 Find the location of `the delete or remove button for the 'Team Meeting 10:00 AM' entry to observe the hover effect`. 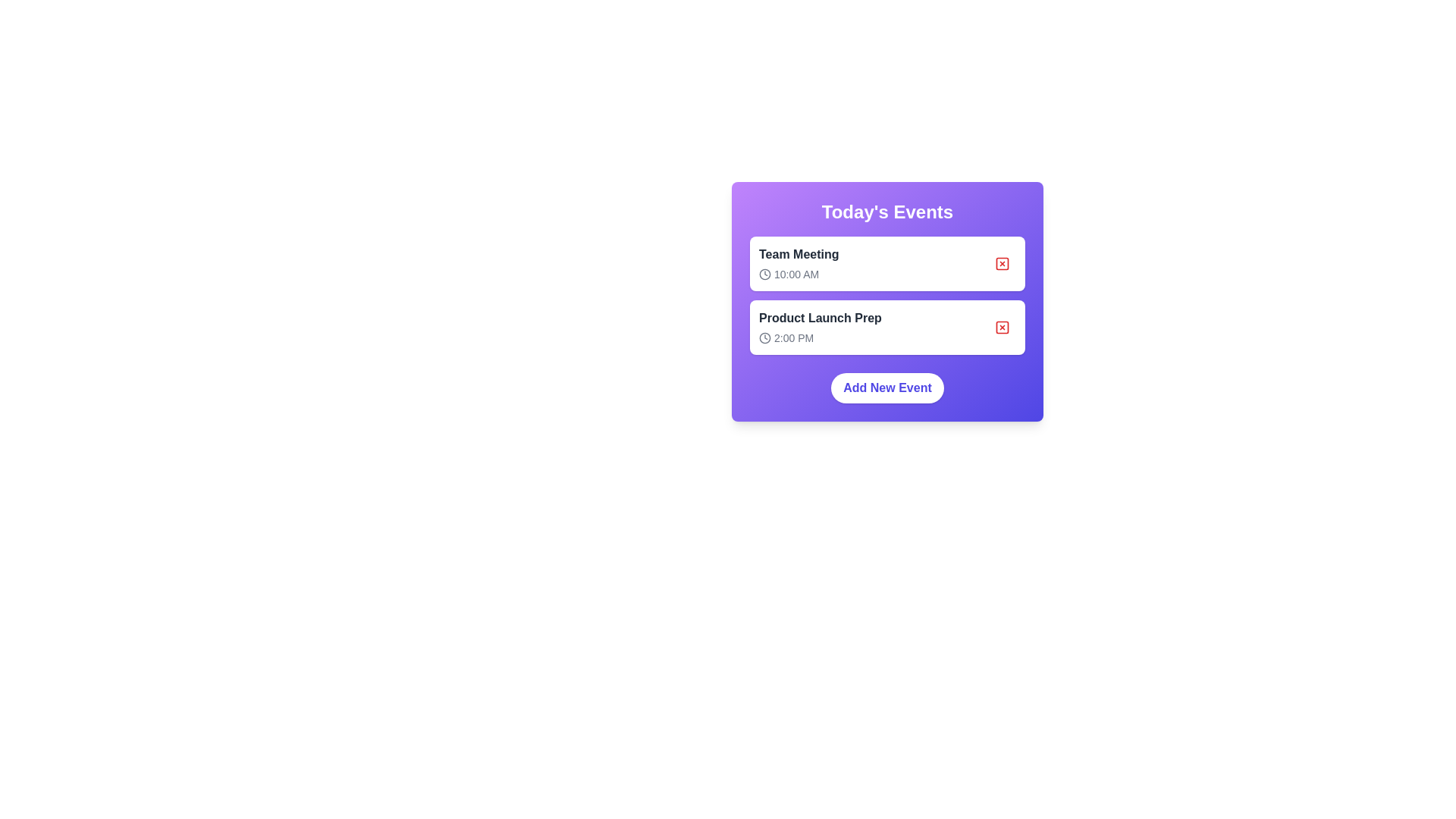

the delete or remove button for the 'Team Meeting 10:00 AM' entry to observe the hover effect is located at coordinates (1002, 262).